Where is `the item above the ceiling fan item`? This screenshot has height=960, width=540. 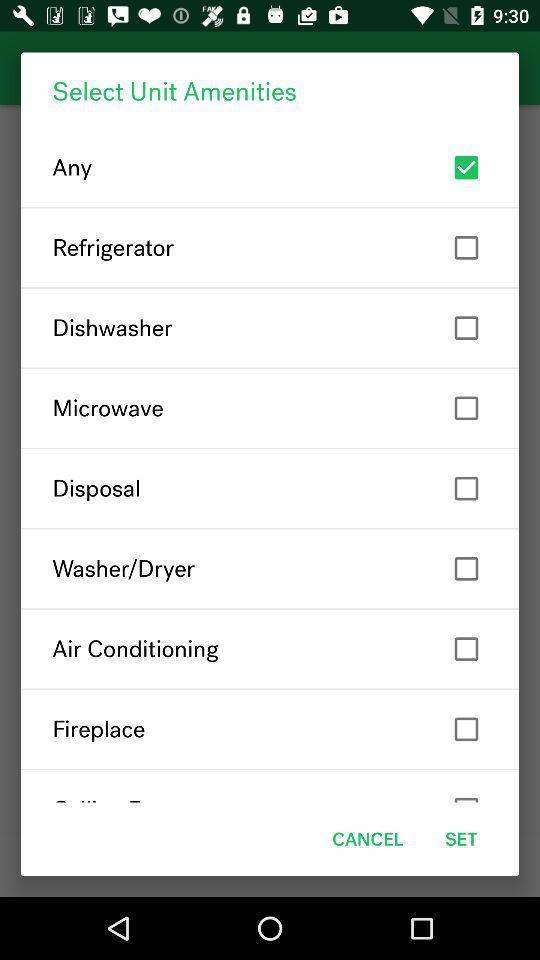 the item above the ceiling fan item is located at coordinates (270, 728).